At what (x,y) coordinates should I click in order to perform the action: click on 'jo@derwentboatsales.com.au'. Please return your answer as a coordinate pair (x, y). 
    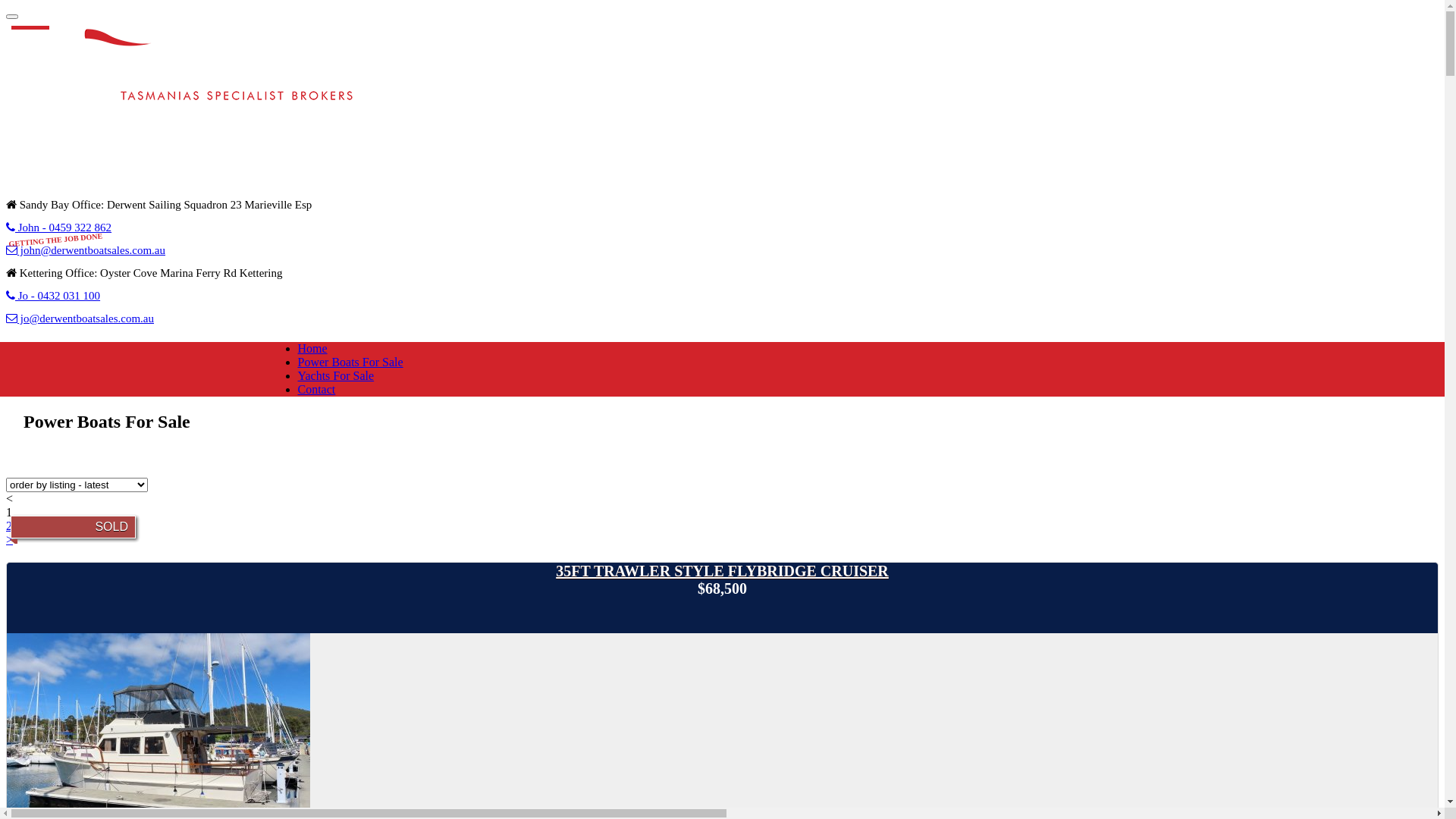
    Looking at the image, I should click on (79, 318).